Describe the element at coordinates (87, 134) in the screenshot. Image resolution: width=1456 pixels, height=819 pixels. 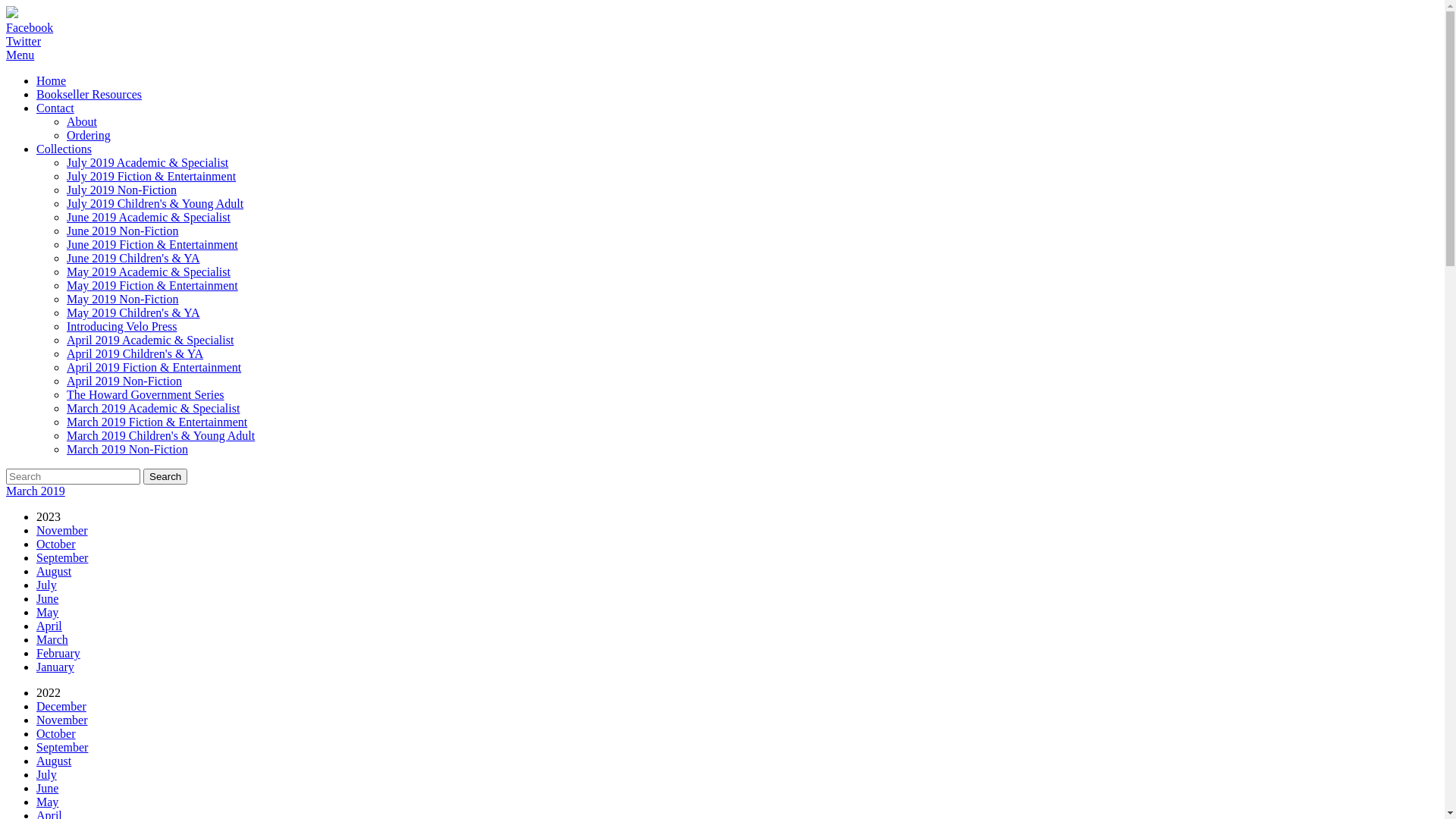
I see `'Ordering'` at that location.